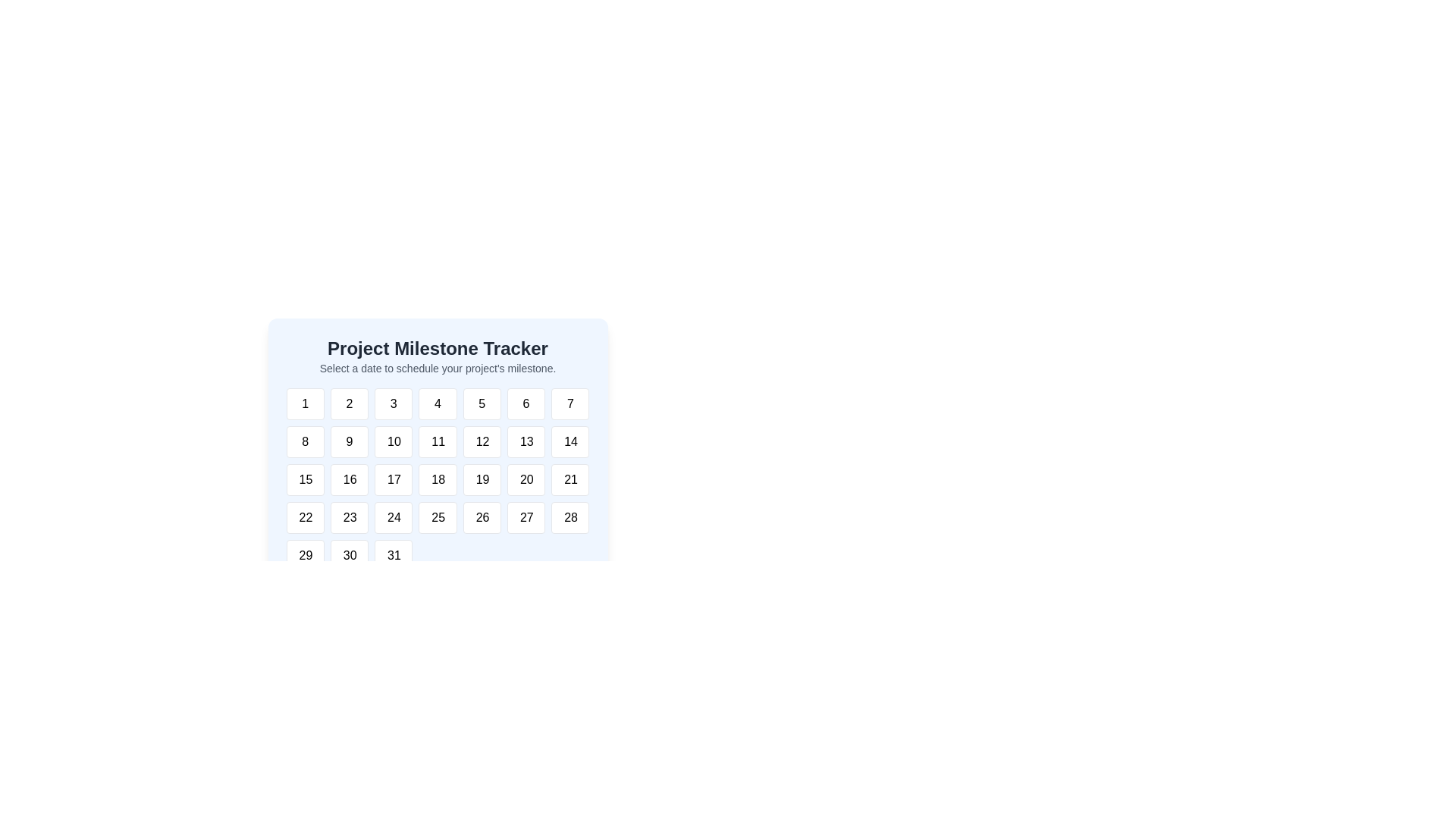 The image size is (1456, 819). What do you see at coordinates (570, 441) in the screenshot?
I see `the button with the number '14' which is styled with a white background and gray border` at bounding box center [570, 441].